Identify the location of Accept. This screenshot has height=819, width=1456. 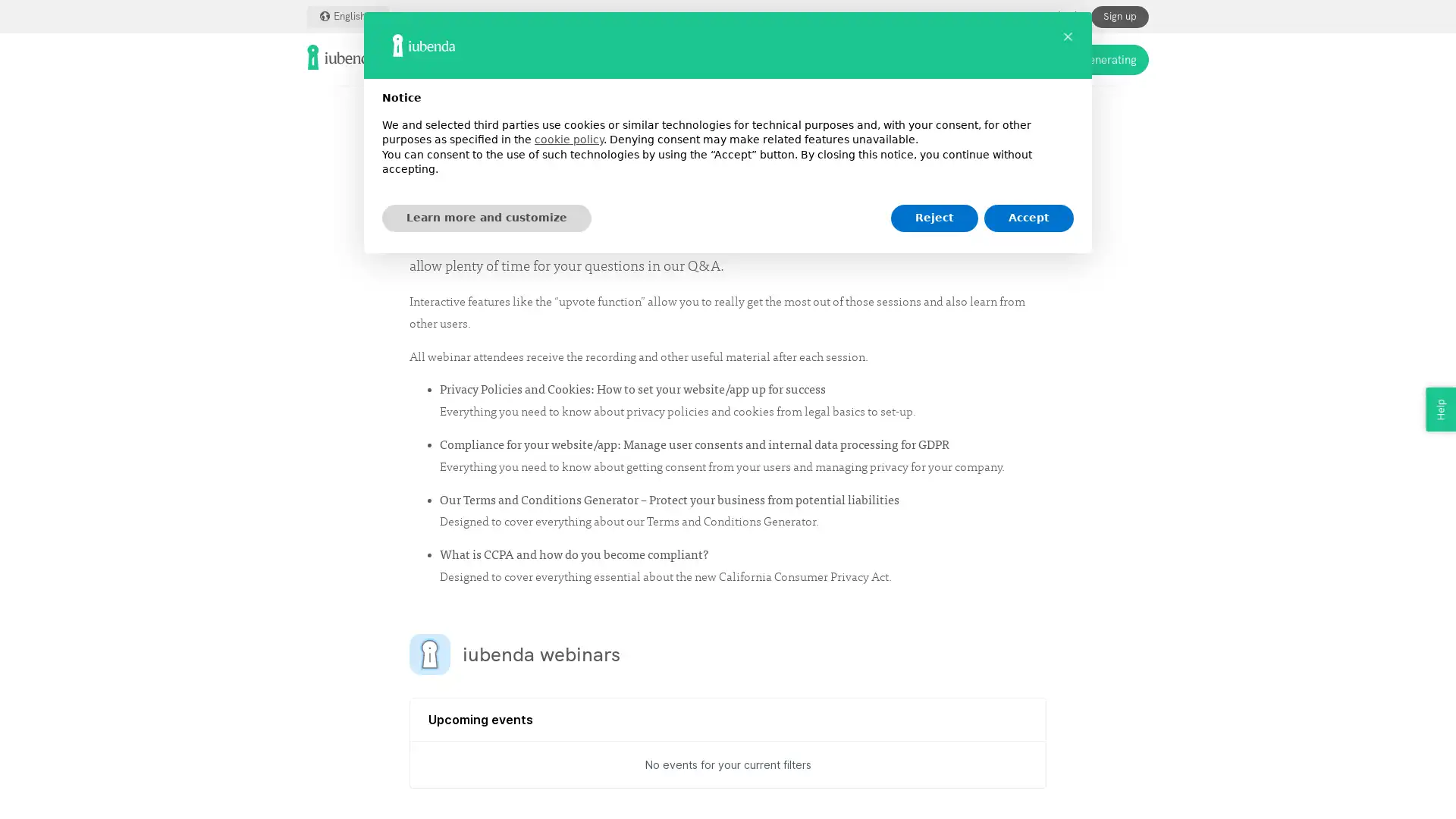
(1029, 217).